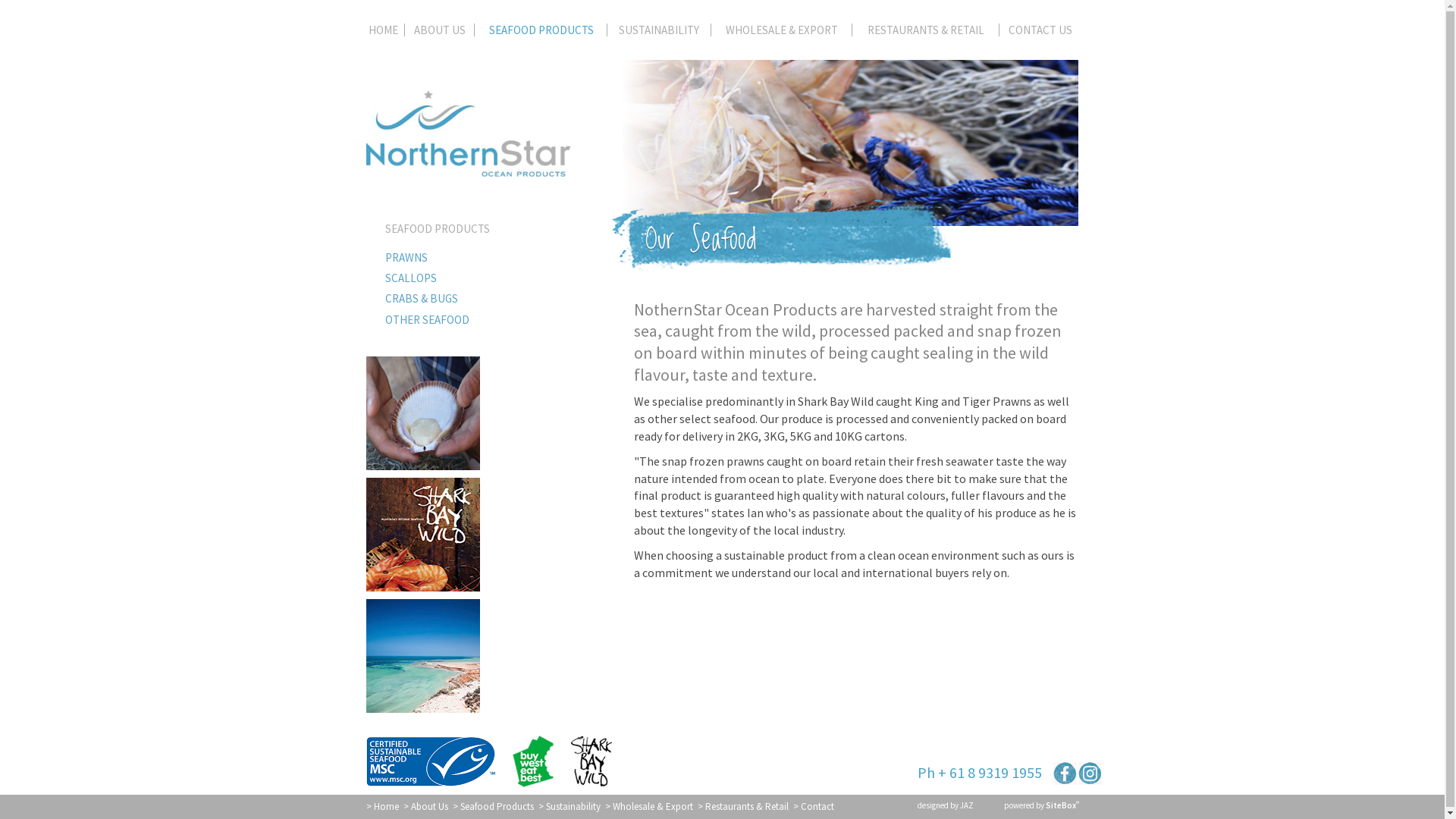  I want to click on 'WHOLESALE, so click(710, 33).